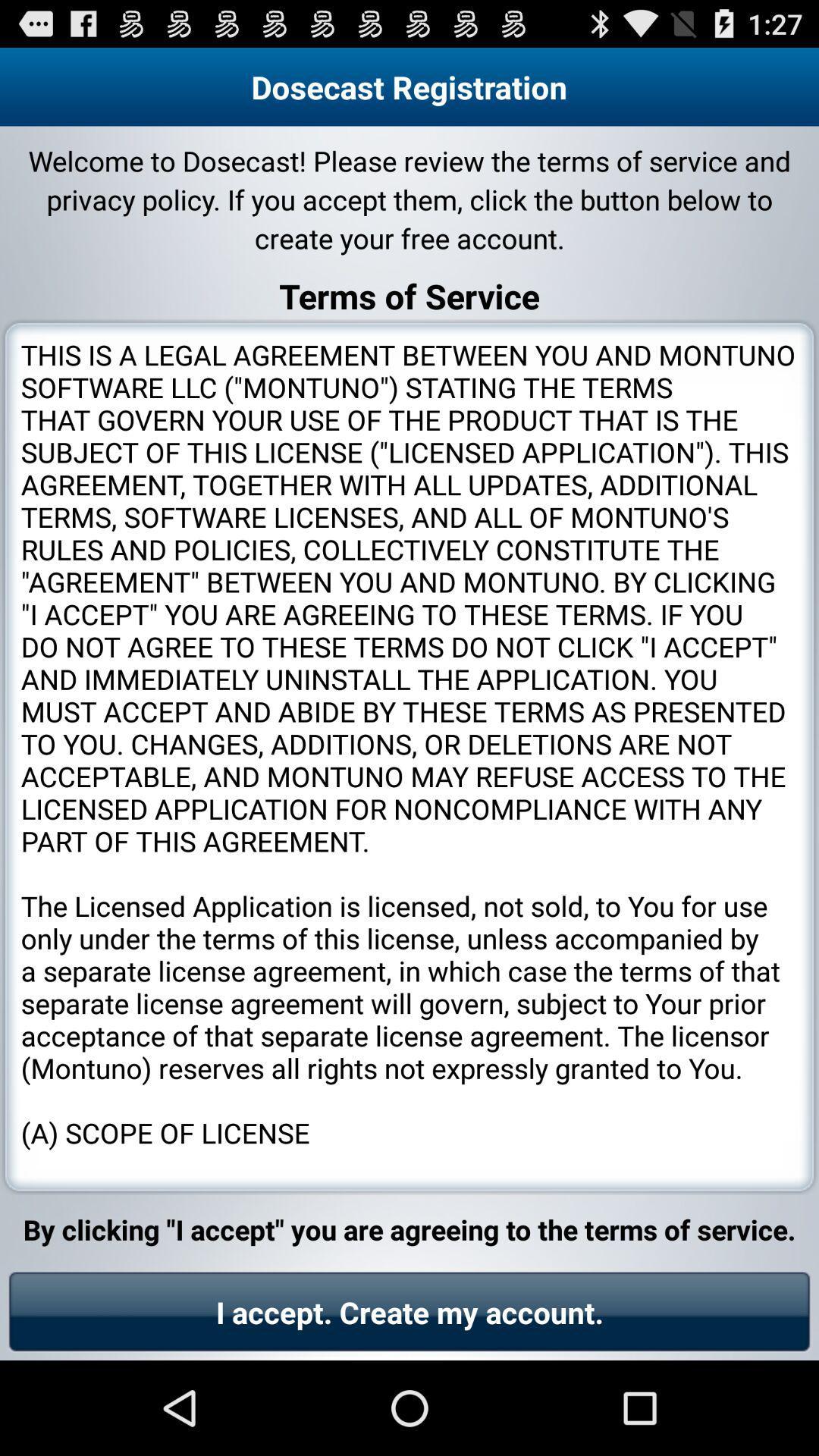 The height and width of the screenshot is (1456, 819). What do you see at coordinates (409, 757) in the screenshot?
I see `icon below terms of service app` at bounding box center [409, 757].